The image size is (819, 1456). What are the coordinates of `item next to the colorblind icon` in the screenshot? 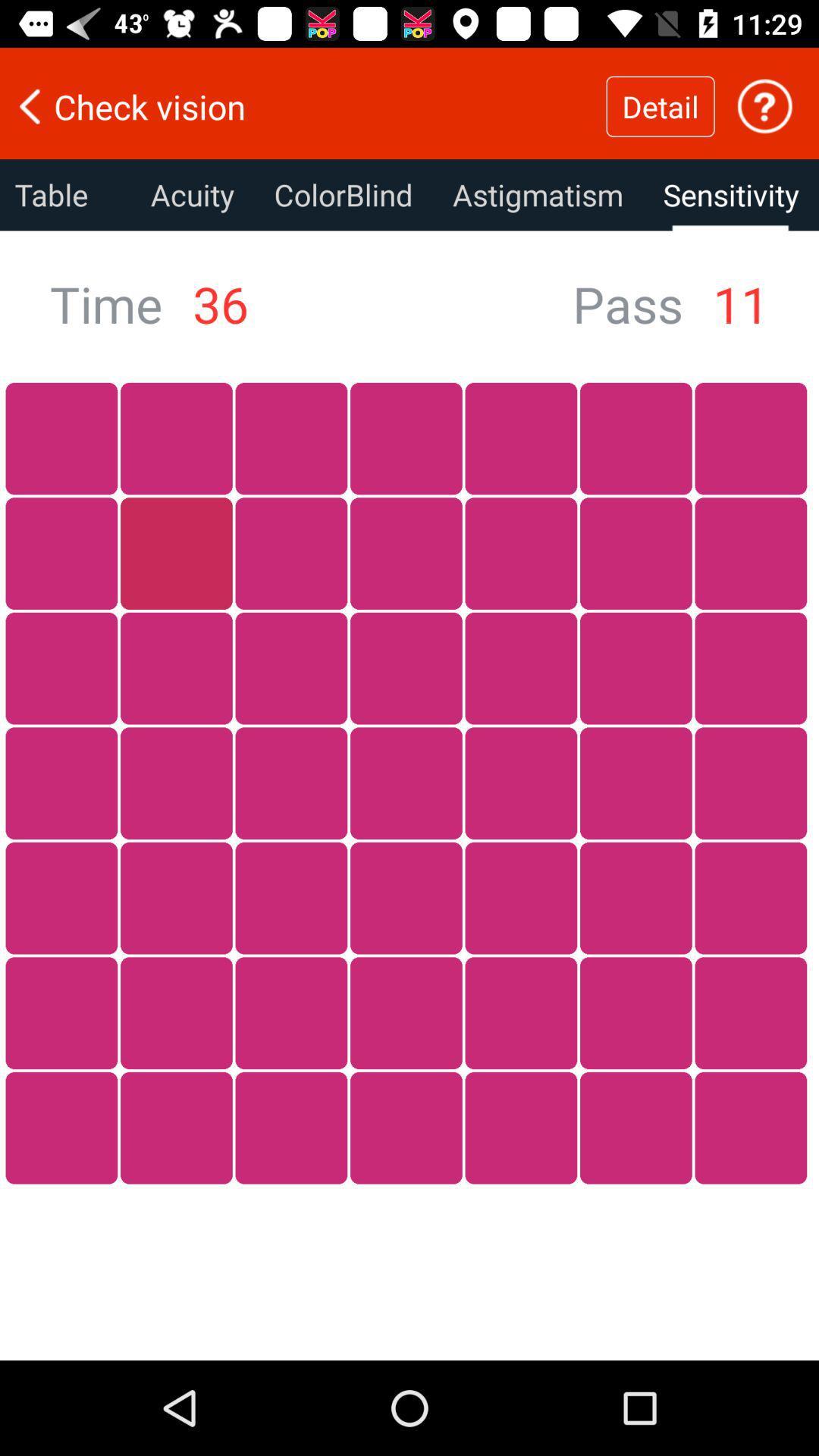 It's located at (537, 194).